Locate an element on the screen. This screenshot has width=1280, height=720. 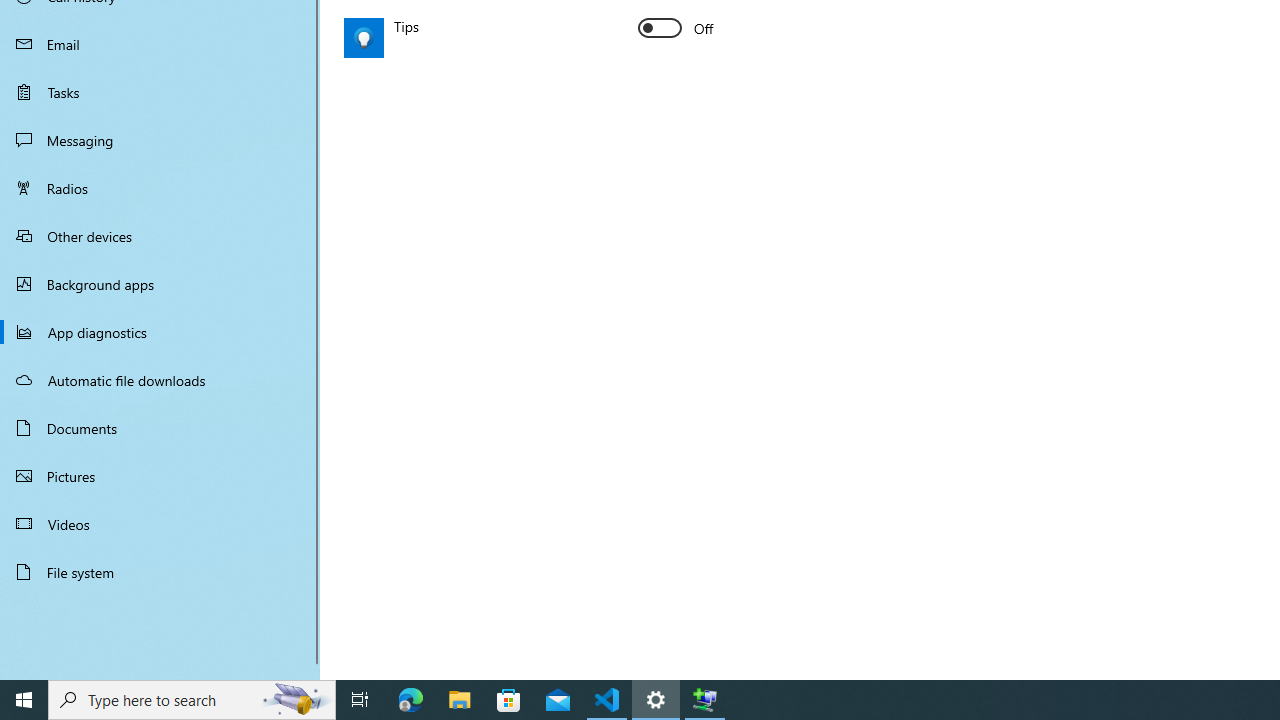
'File Explorer' is located at coordinates (459, 698).